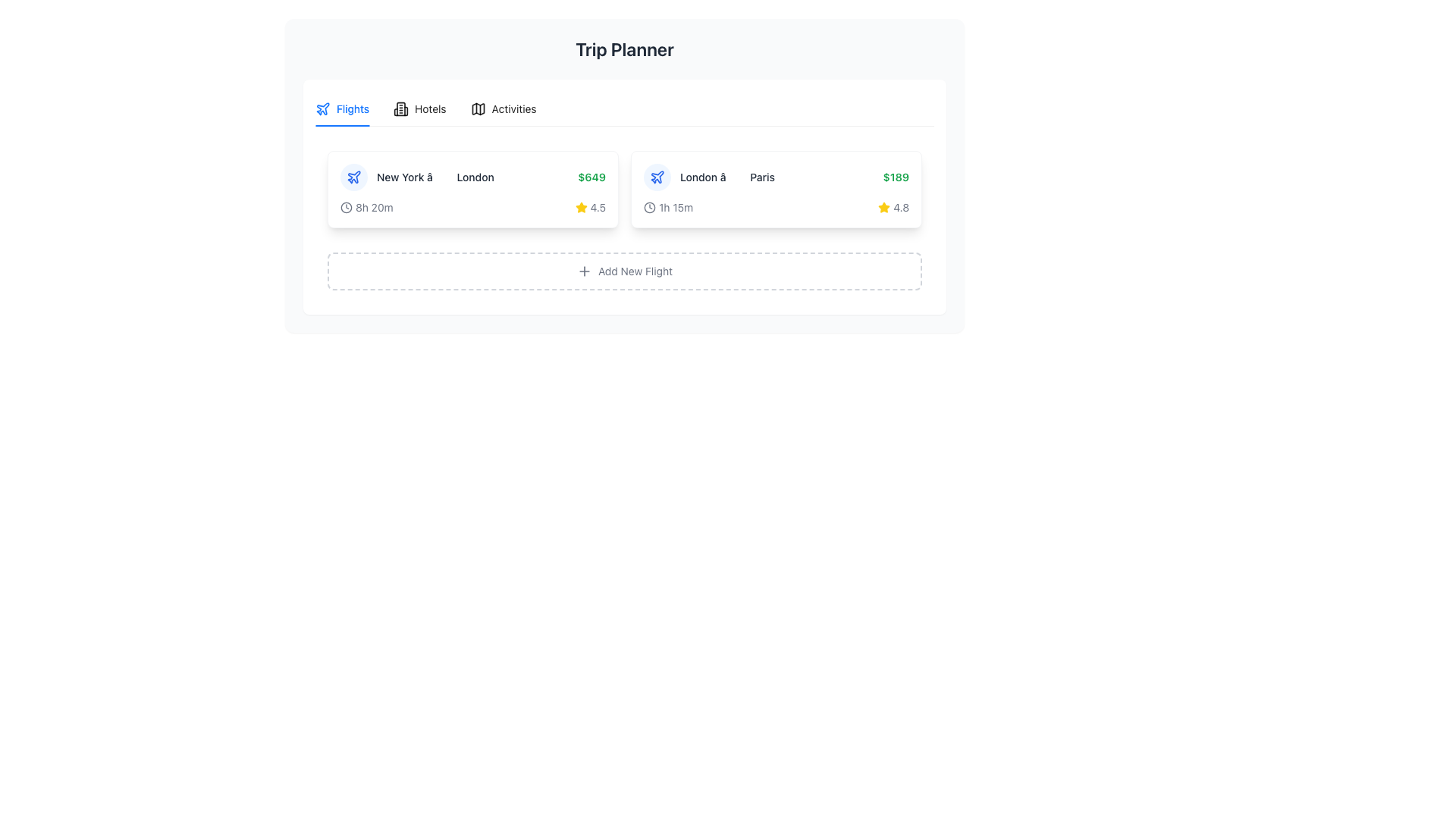 Image resolution: width=1456 pixels, height=819 pixels. What do you see at coordinates (341, 108) in the screenshot?
I see `the active 'Flights' tab button, which is styled with blue text and an airplane icon` at bounding box center [341, 108].